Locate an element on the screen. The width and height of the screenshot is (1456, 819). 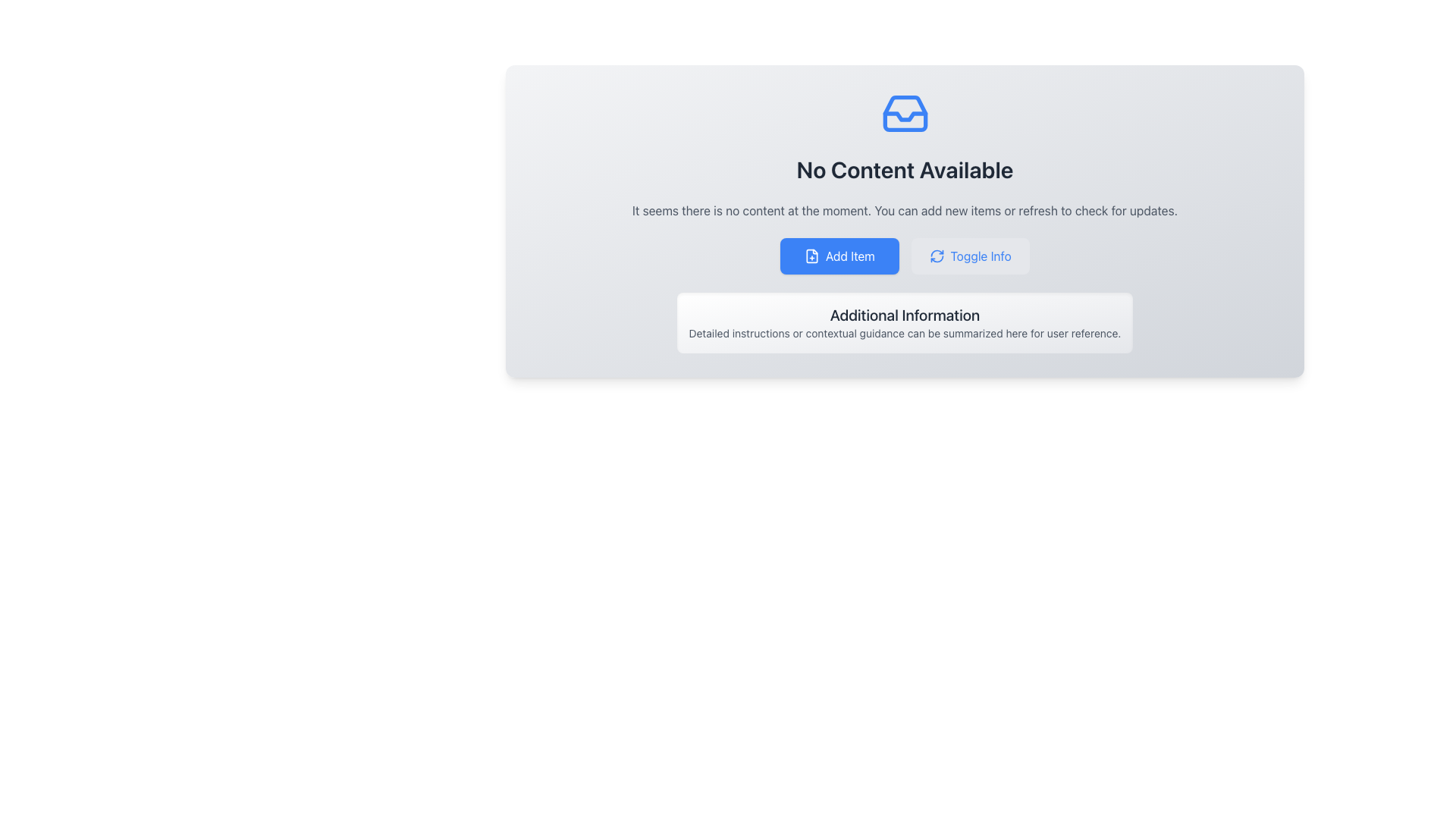
the 'Add Item' button is located at coordinates (839, 256).